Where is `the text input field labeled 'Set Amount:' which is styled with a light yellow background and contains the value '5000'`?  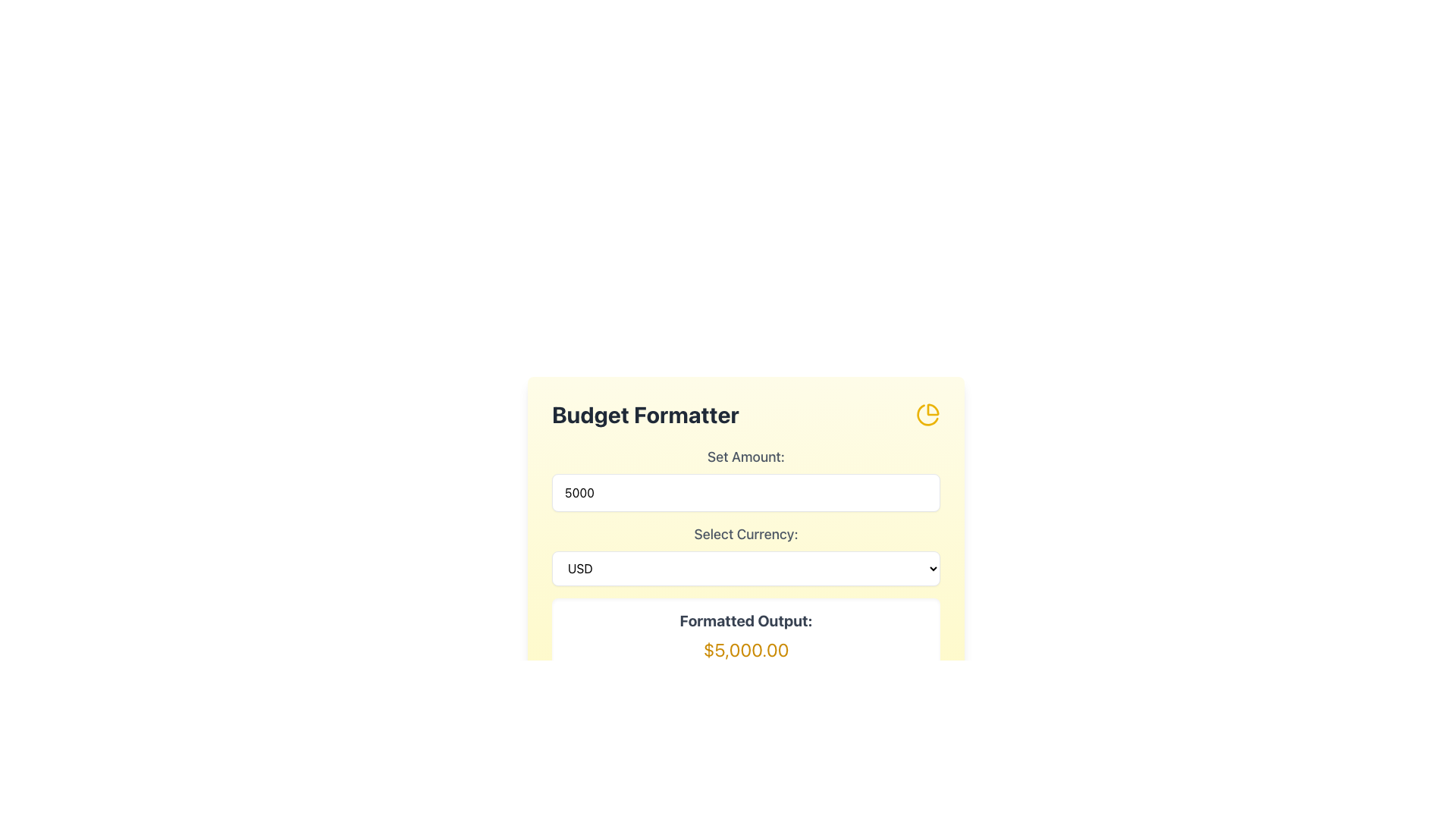 the text input field labeled 'Set Amount:' which is styled with a light yellow background and contains the value '5000' is located at coordinates (745, 479).